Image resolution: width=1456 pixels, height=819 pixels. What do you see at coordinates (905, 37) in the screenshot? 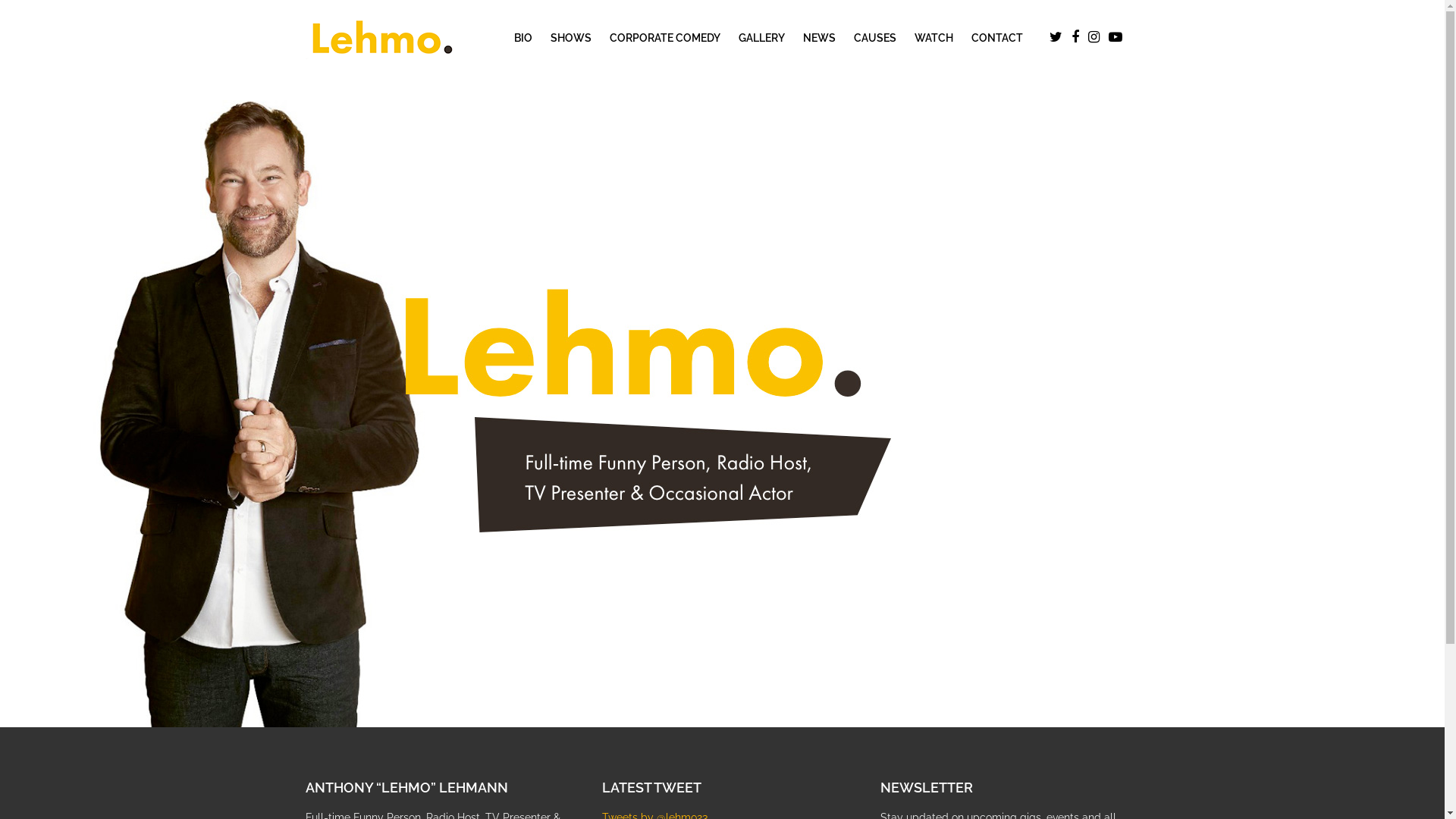
I see `'WATCH'` at bounding box center [905, 37].